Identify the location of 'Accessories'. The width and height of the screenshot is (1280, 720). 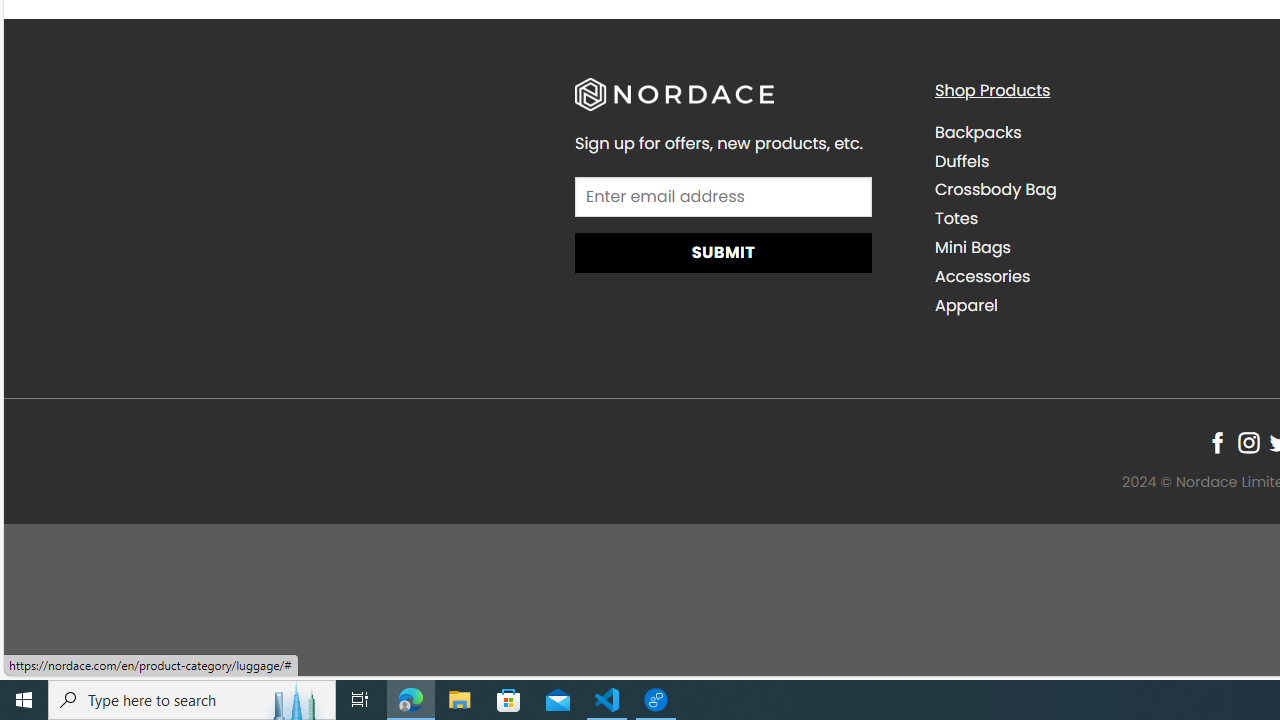
(982, 276).